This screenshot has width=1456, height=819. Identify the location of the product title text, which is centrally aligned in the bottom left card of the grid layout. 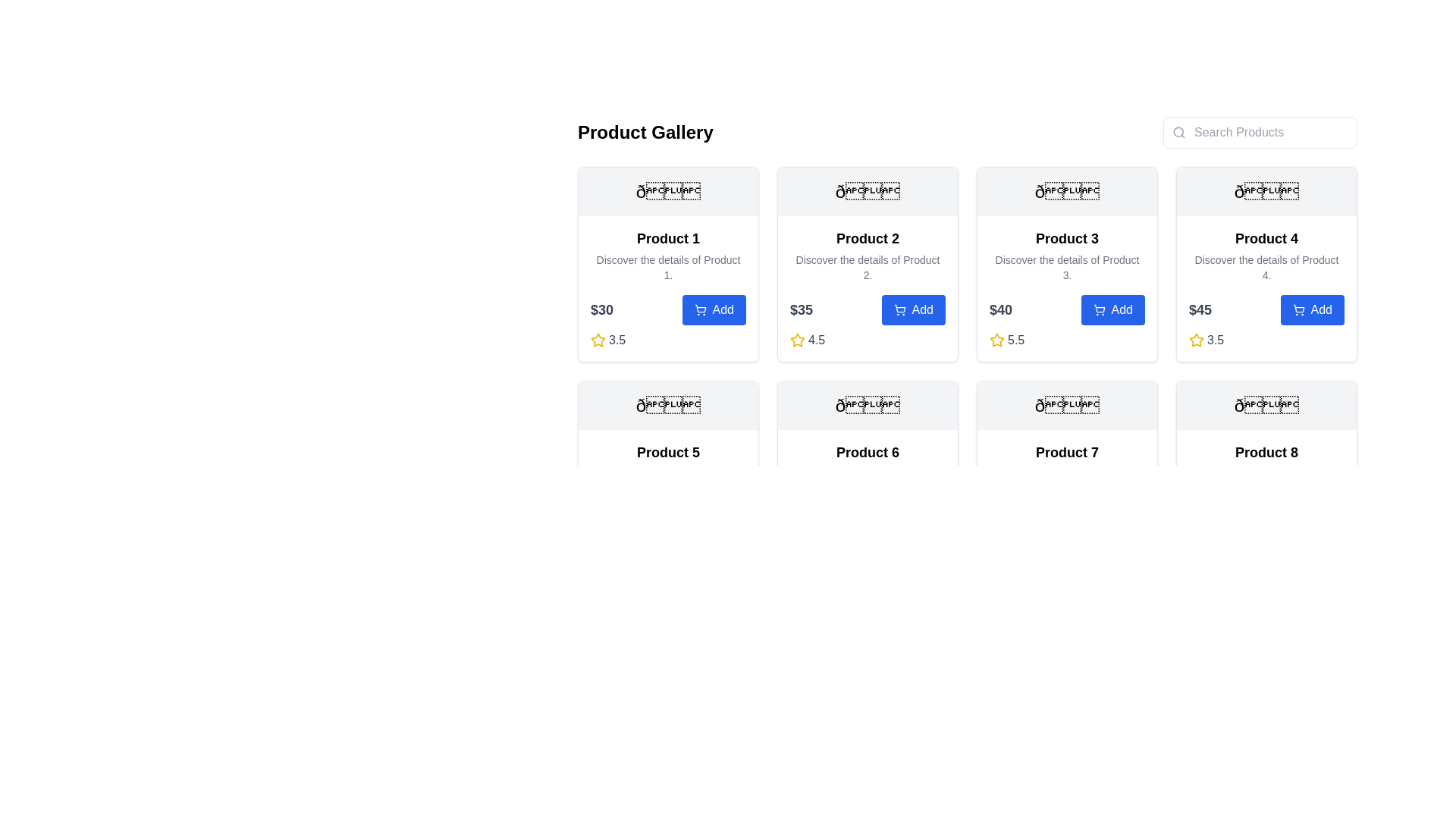
(1066, 452).